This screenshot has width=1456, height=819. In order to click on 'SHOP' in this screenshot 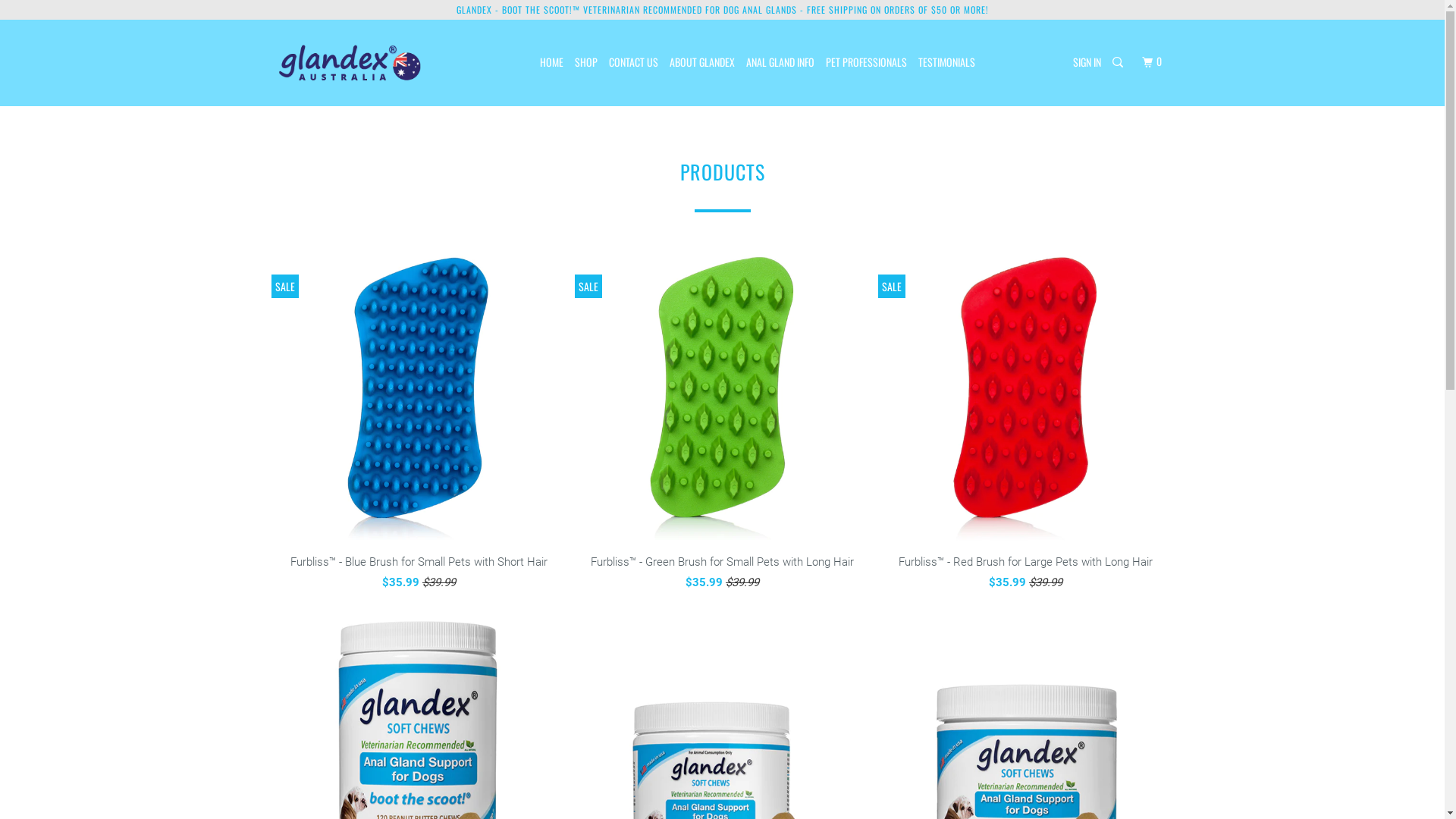, I will do `click(570, 61)`.